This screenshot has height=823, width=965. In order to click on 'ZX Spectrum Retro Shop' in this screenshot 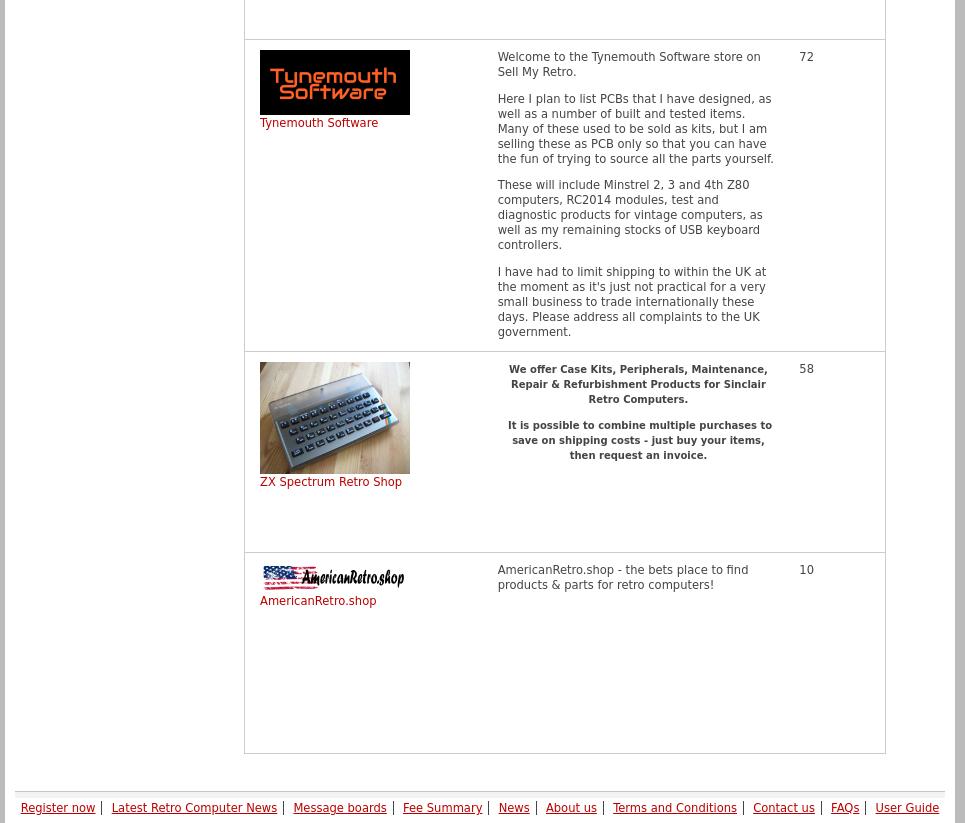, I will do `click(329, 481)`.